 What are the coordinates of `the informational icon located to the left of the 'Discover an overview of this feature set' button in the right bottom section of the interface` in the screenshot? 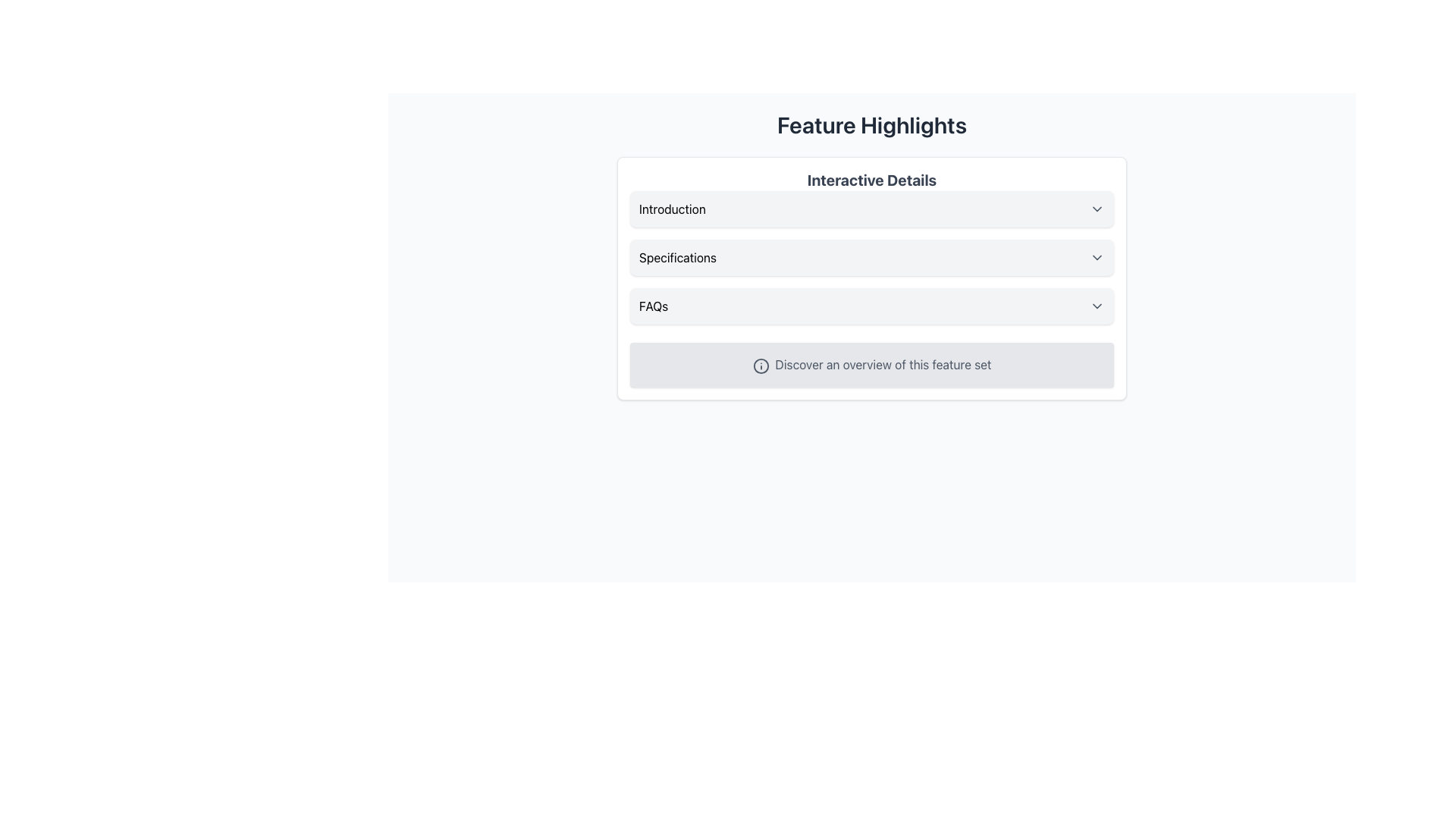 It's located at (761, 366).